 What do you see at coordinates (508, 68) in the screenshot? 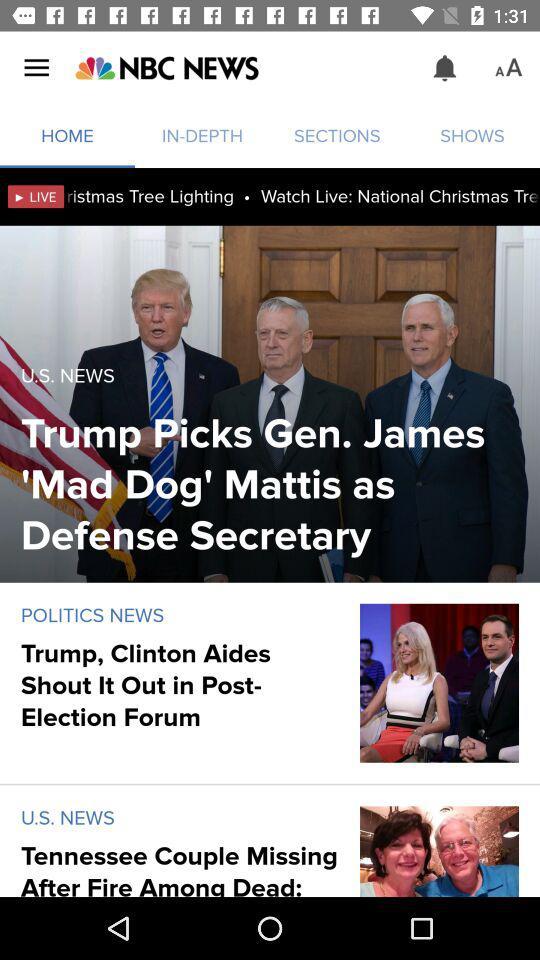
I see `the icon above the shows icon` at bounding box center [508, 68].